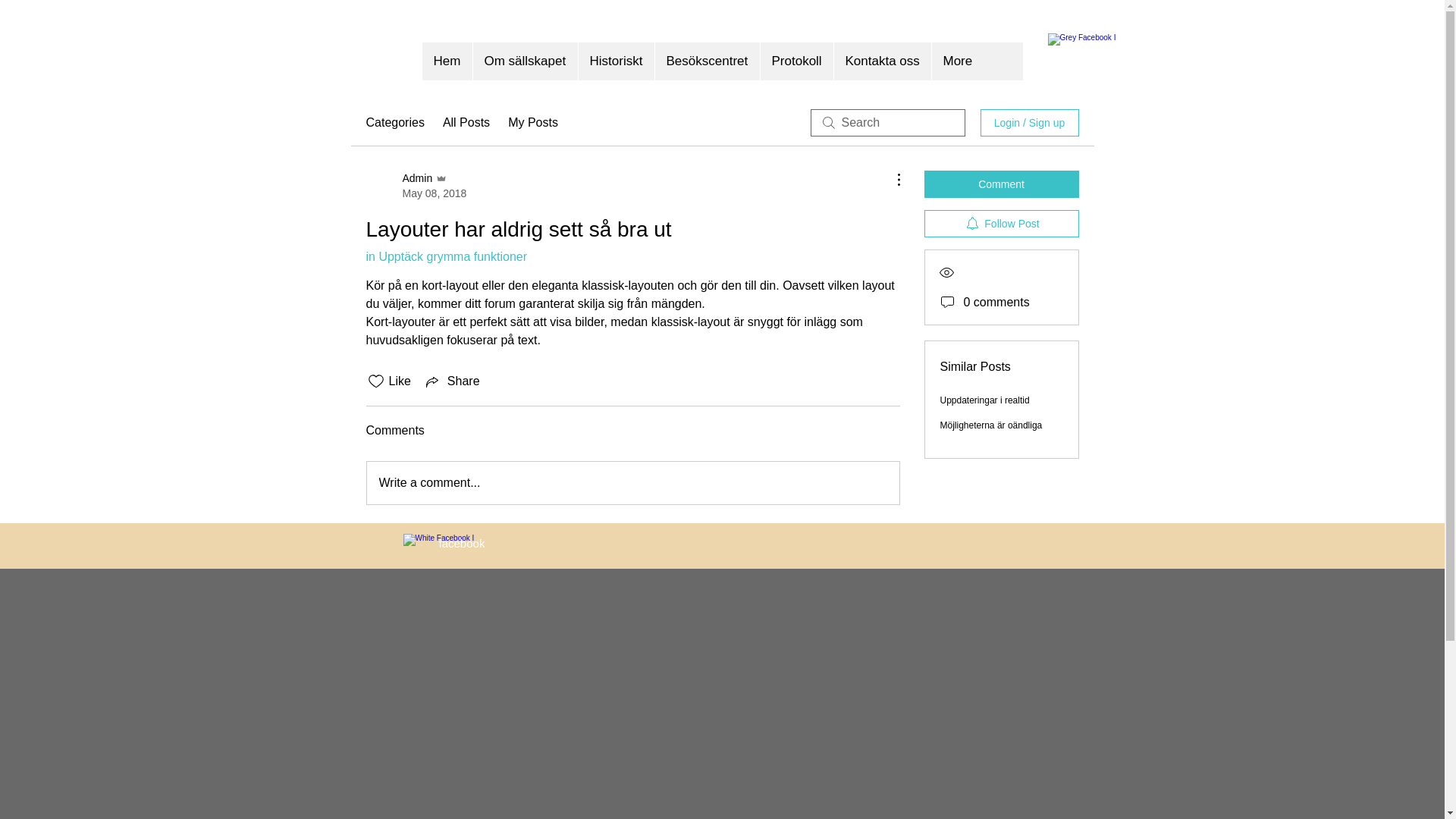 This screenshot has height=819, width=1456. What do you see at coordinates (394, 122) in the screenshot?
I see `'Categories'` at bounding box center [394, 122].